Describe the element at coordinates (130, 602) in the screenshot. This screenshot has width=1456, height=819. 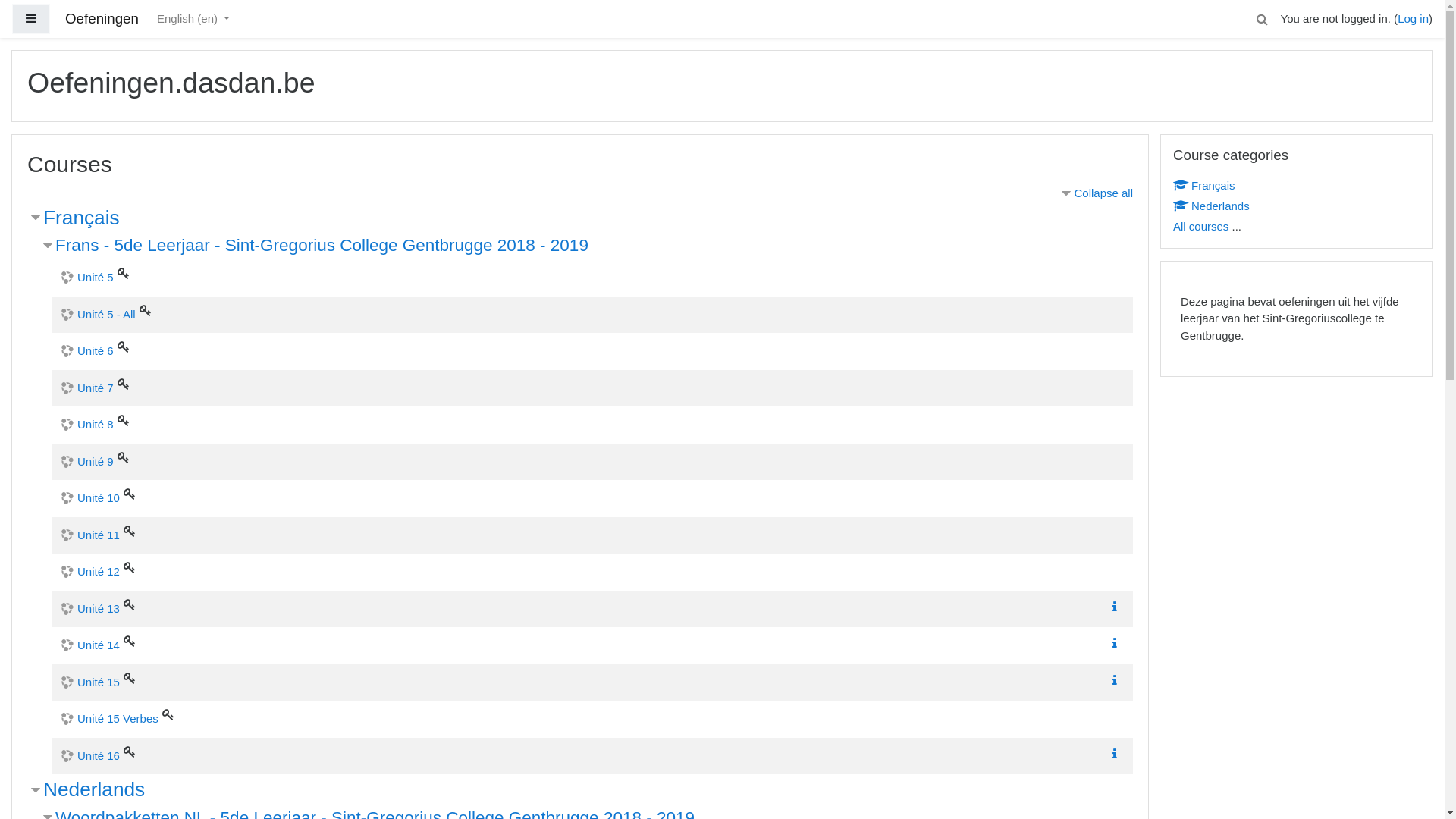
I see `'Self enrolment'` at that location.